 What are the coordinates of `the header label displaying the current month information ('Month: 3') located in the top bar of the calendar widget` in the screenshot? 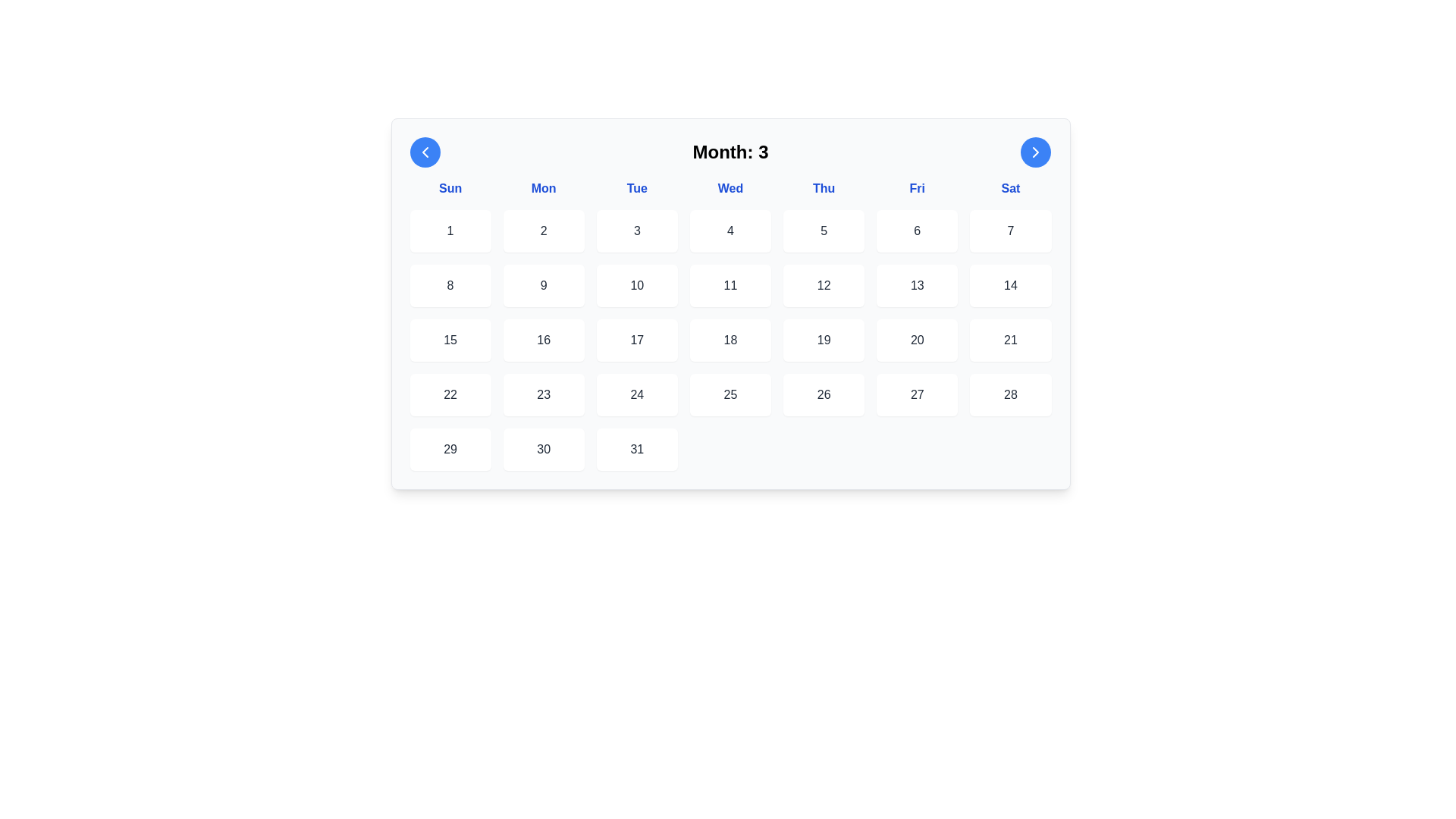 It's located at (730, 152).